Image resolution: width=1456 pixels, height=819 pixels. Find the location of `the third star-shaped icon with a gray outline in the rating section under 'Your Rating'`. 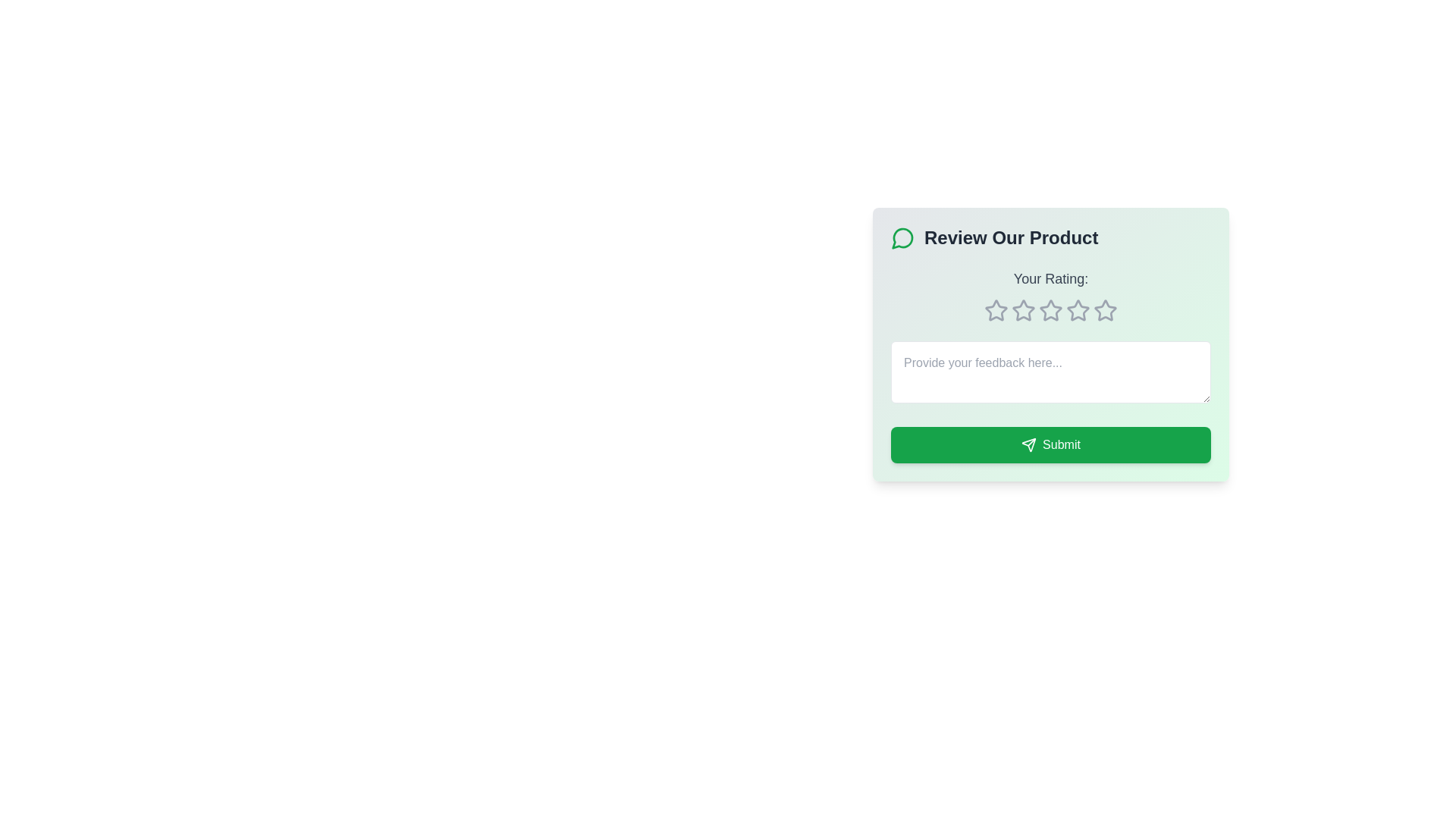

the third star-shaped icon with a gray outline in the rating section under 'Your Rating' is located at coordinates (1077, 309).